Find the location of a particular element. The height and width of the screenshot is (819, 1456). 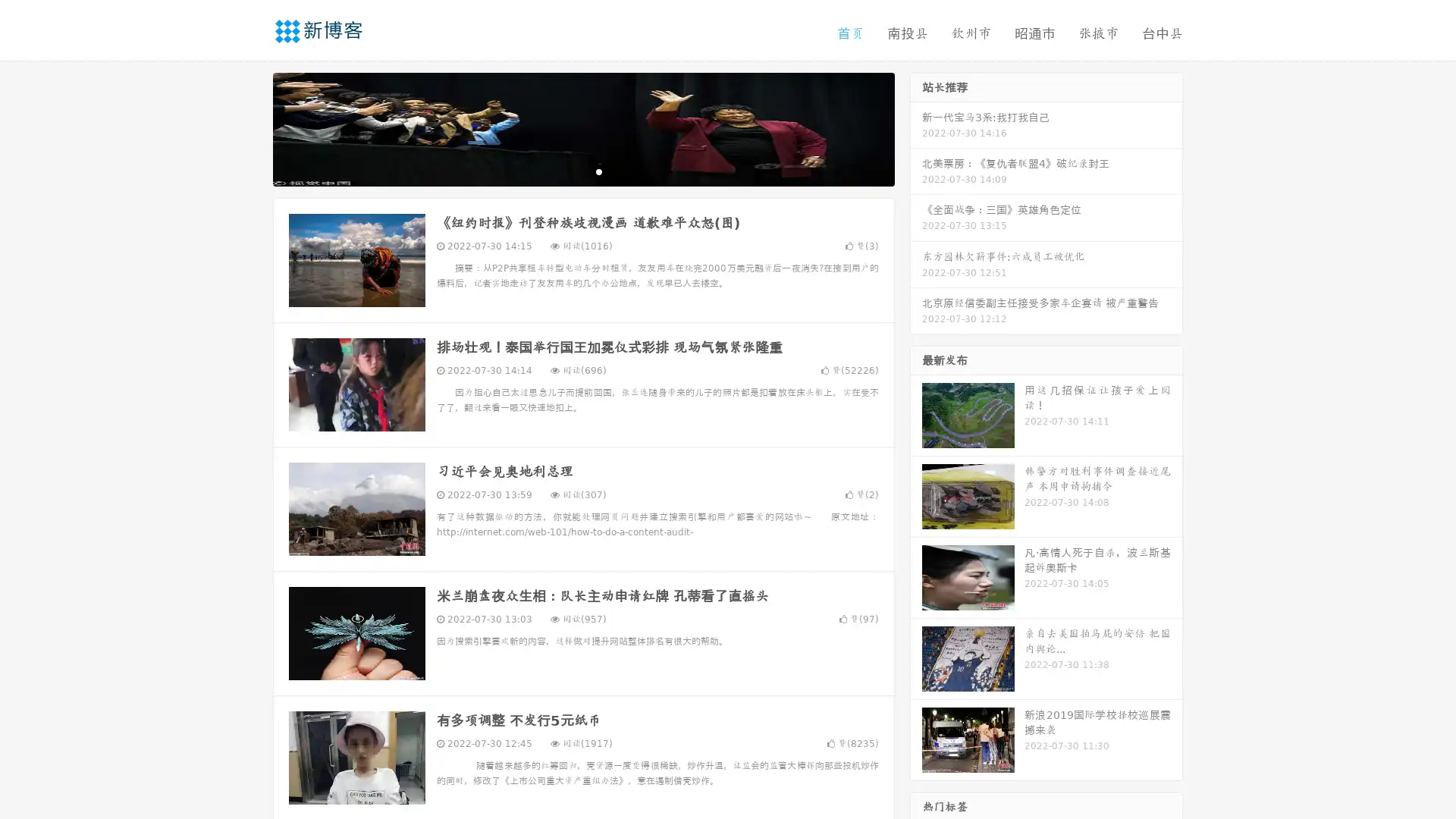

Go to slide 2 is located at coordinates (582, 171).